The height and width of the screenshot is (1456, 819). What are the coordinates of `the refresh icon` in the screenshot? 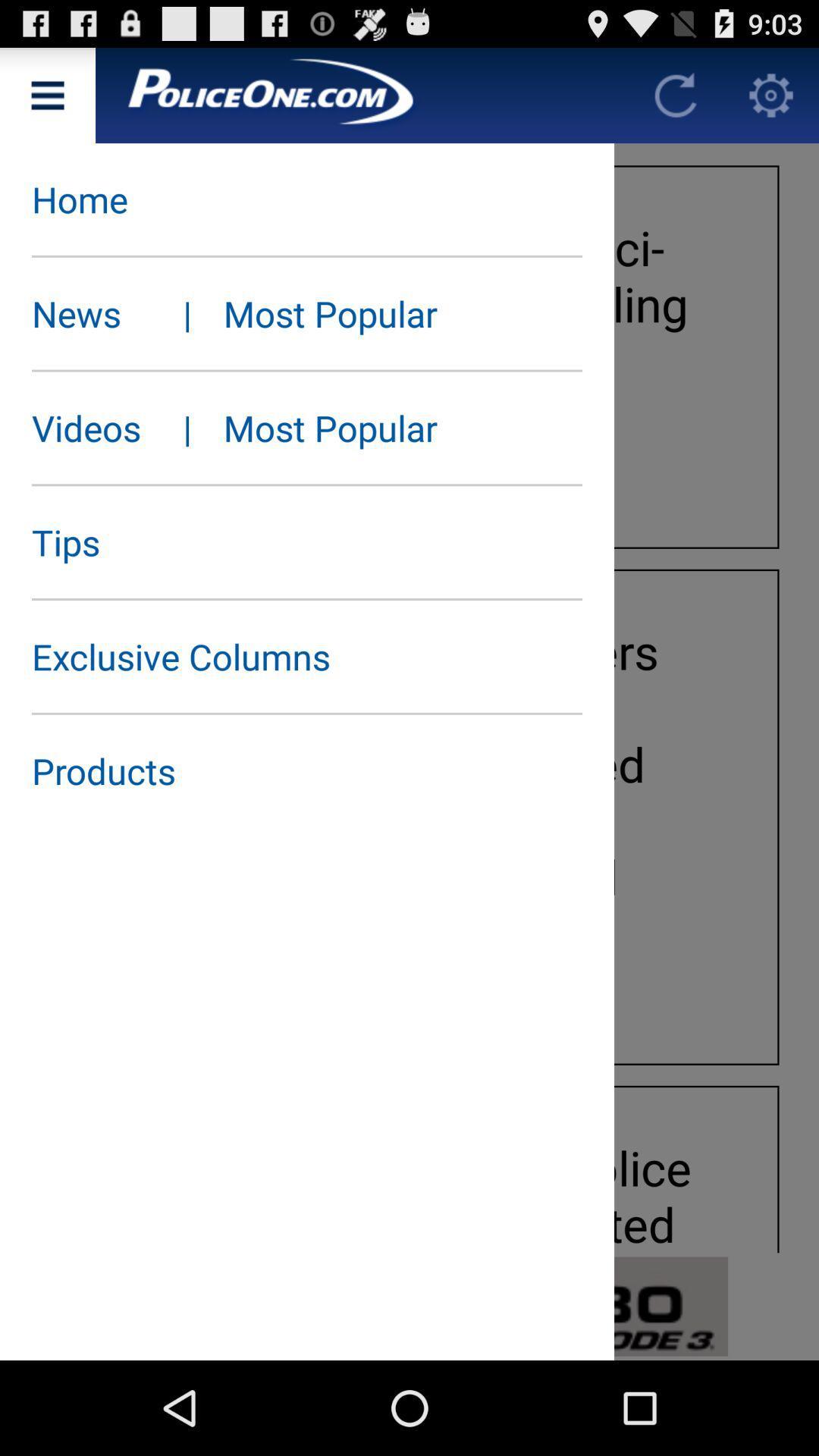 It's located at (675, 101).